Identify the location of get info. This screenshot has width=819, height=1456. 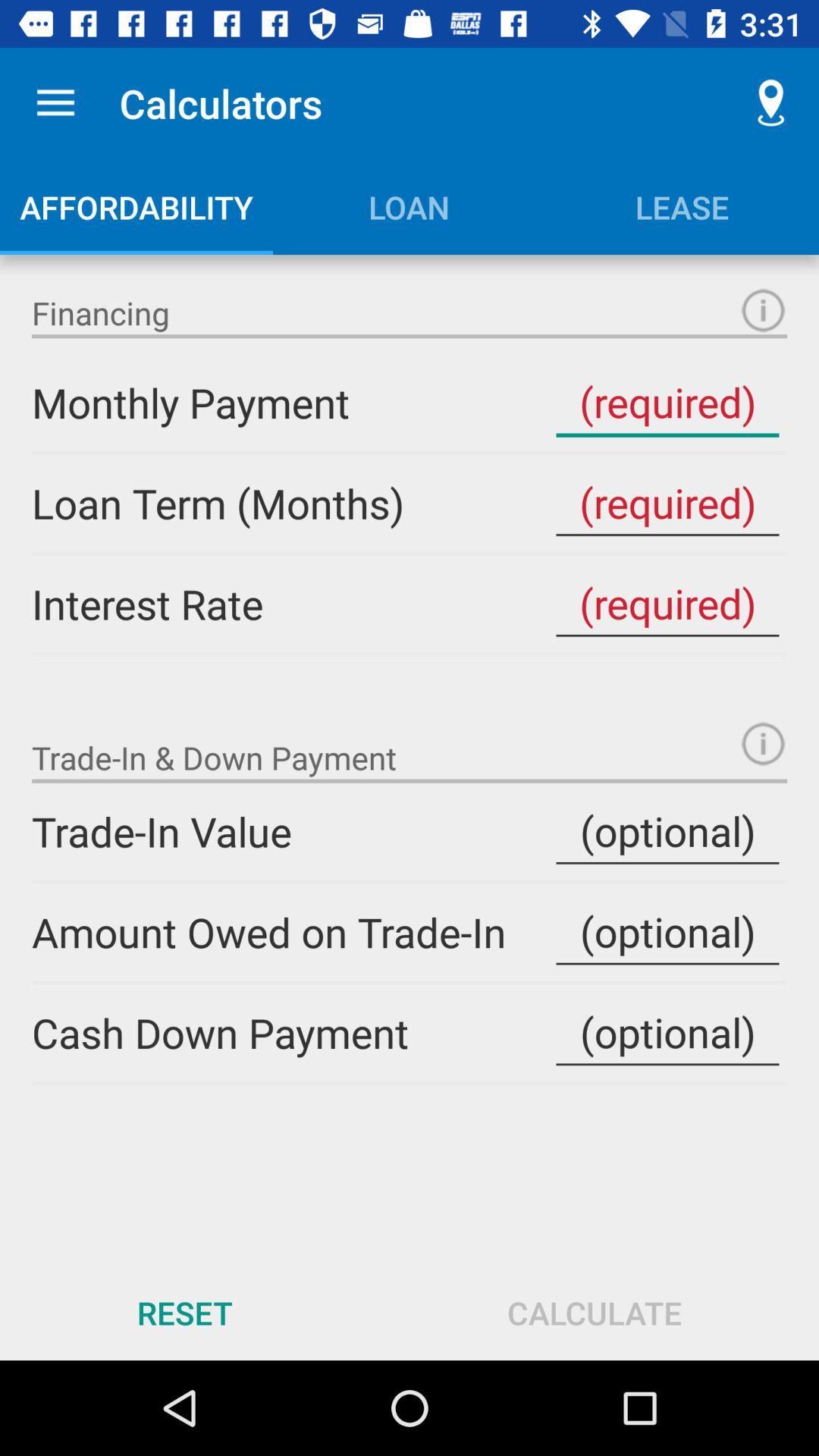
(763, 309).